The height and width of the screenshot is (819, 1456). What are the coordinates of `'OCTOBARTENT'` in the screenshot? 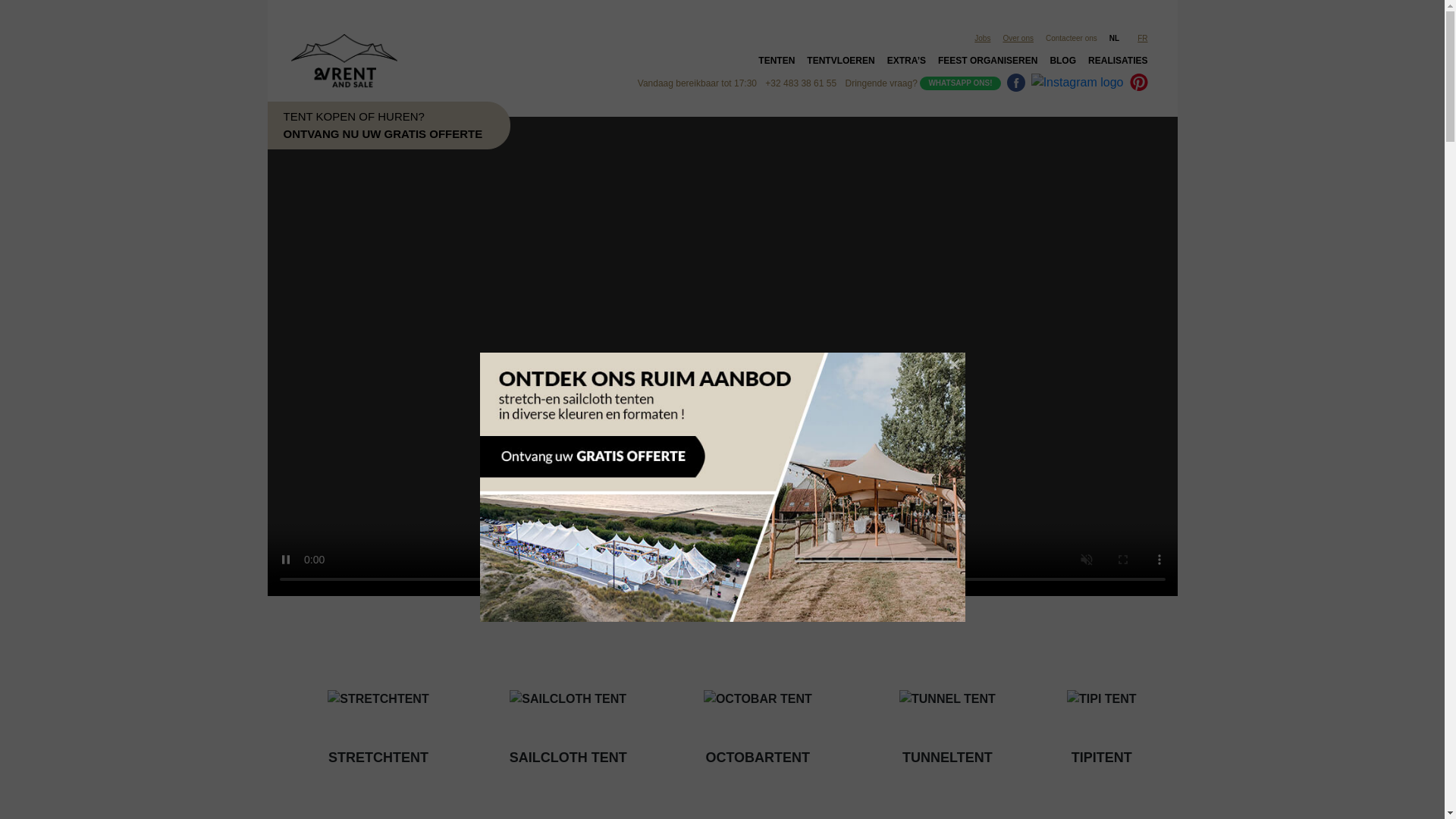 It's located at (757, 712).